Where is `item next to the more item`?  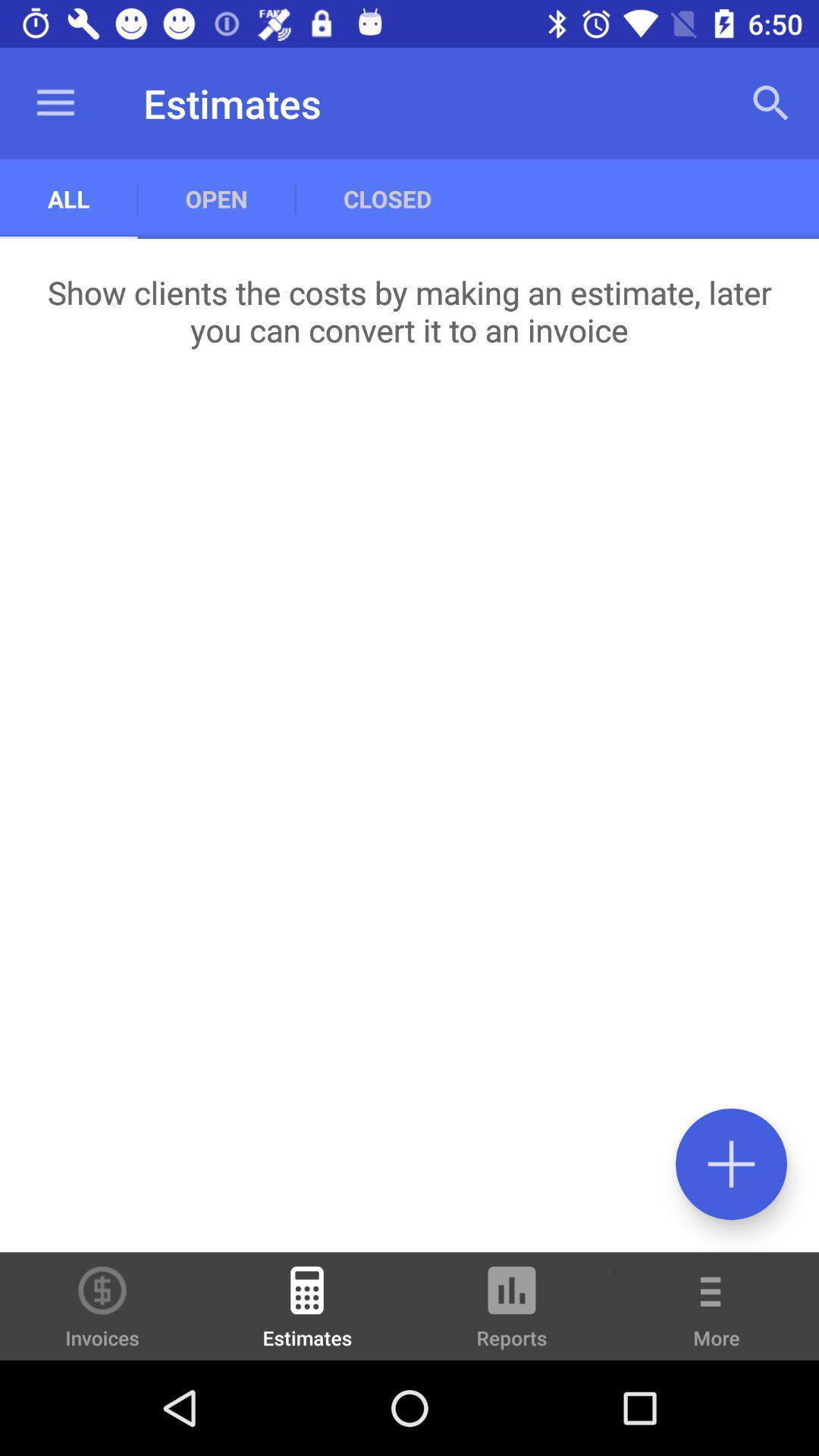
item next to the more item is located at coordinates (512, 1313).